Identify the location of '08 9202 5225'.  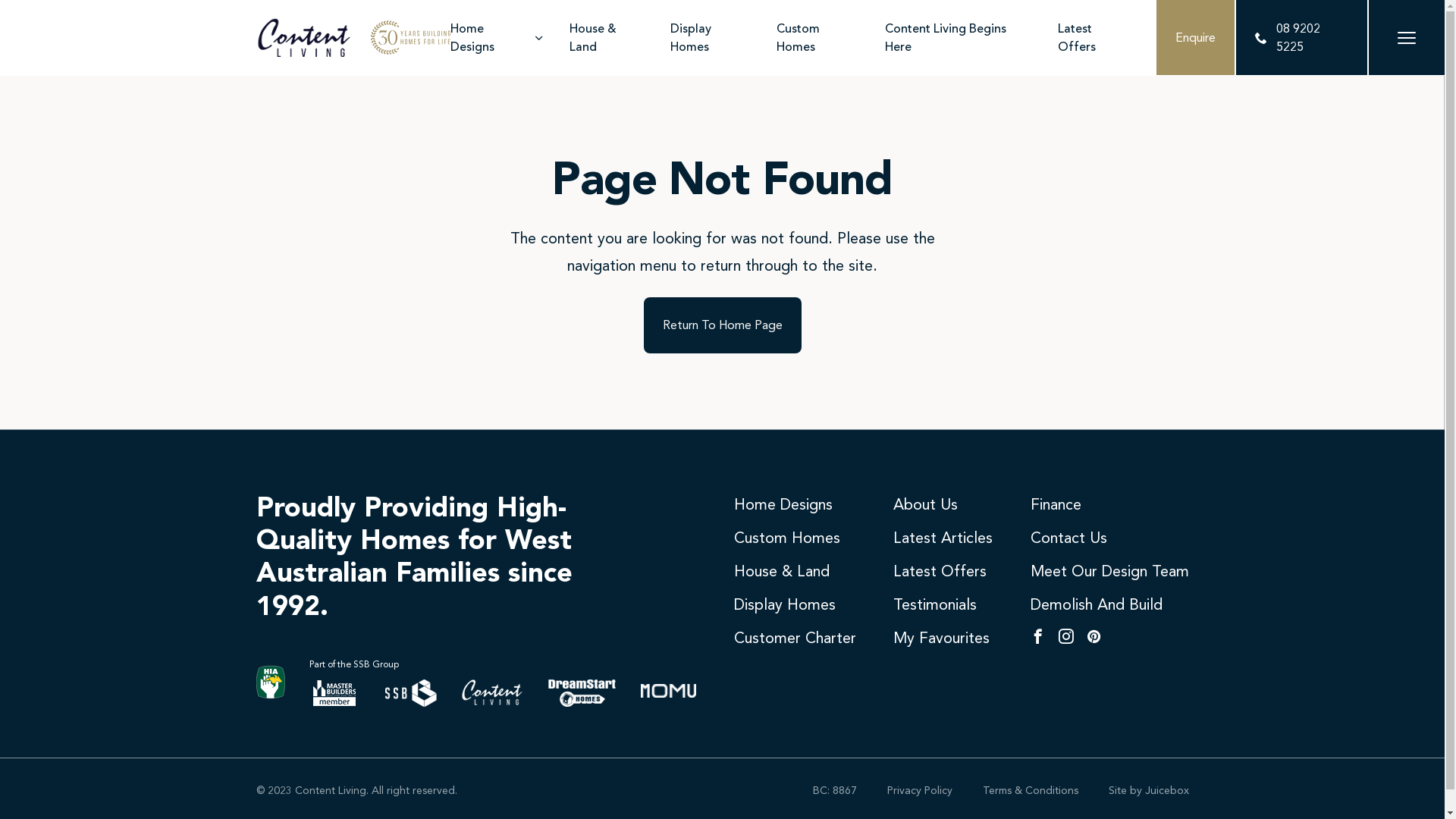
(1301, 36).